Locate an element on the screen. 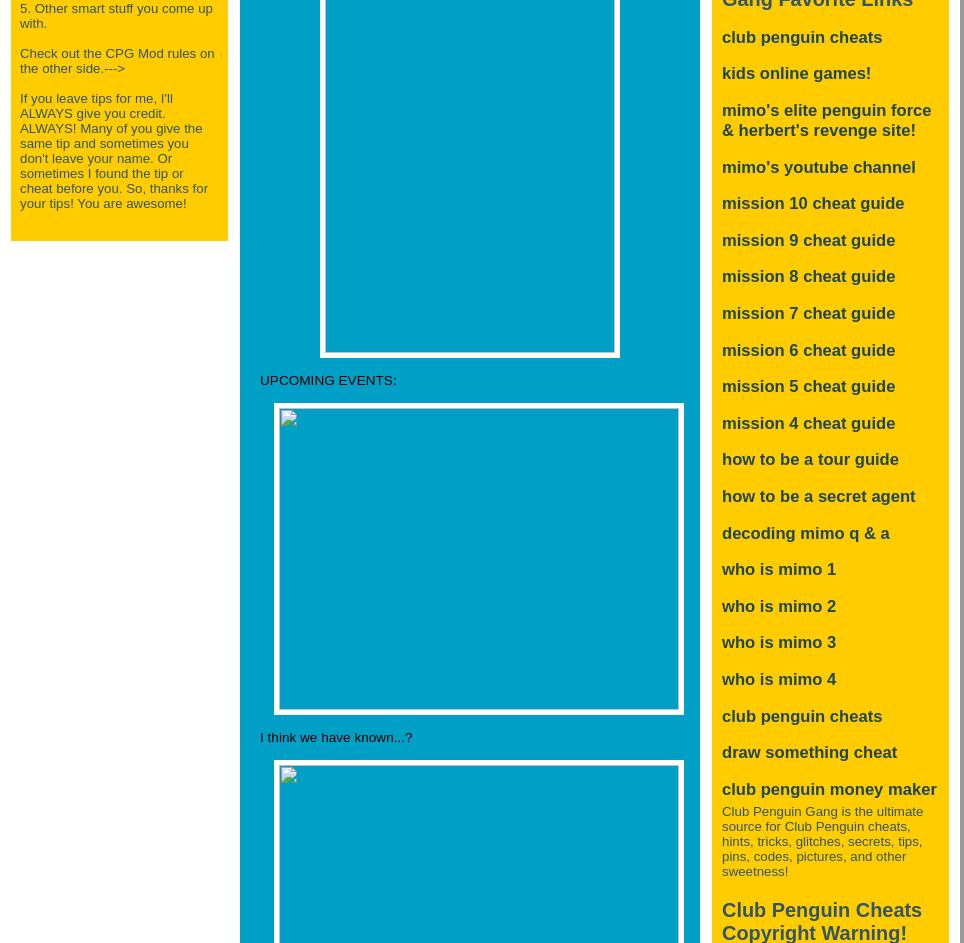 The width and height of the screenshot is (964, 943). 'Decoding Mimo' is located at coordinates (782, 532).